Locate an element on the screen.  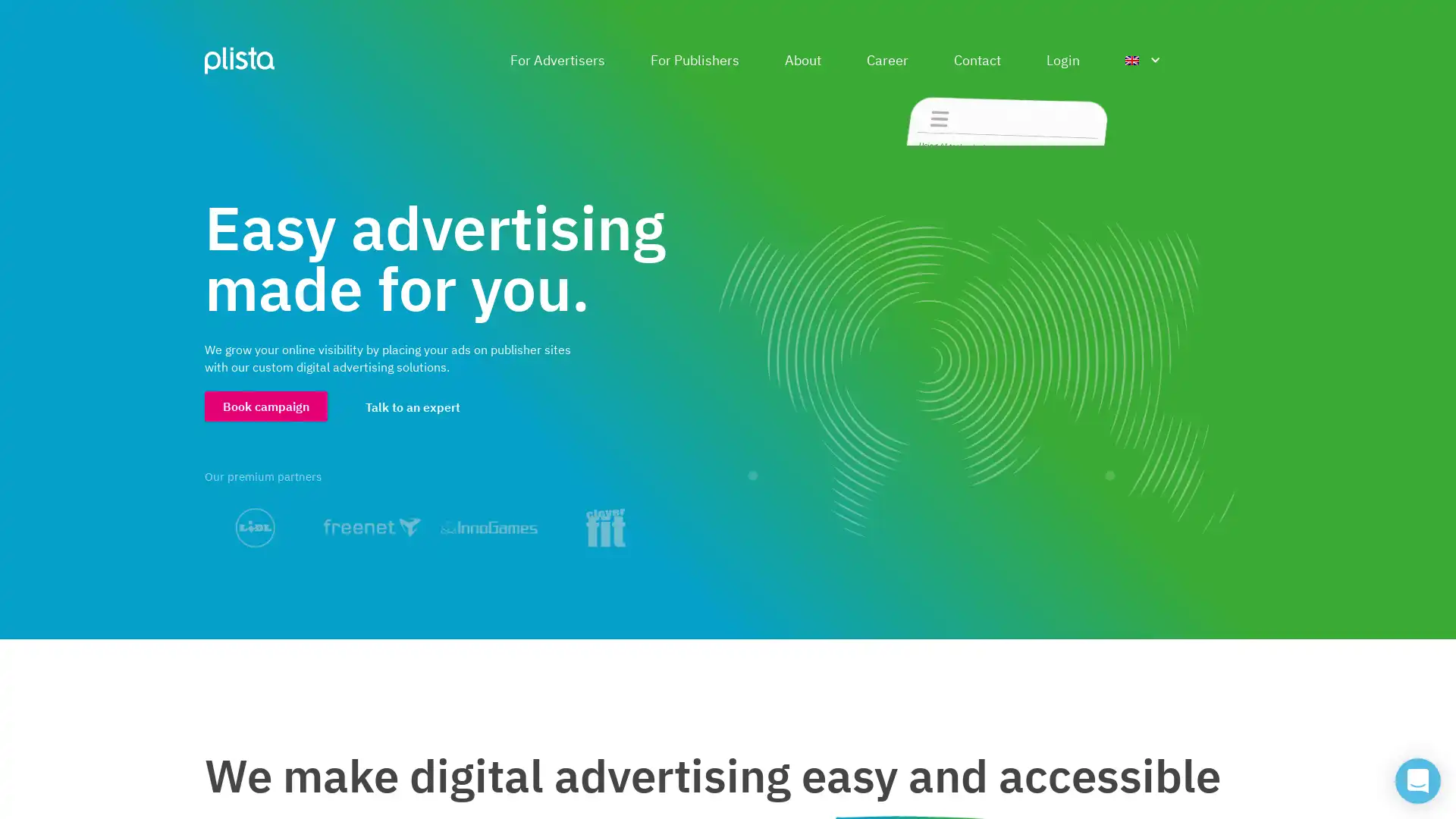
Book campaign is located at coordinates (265, 405).